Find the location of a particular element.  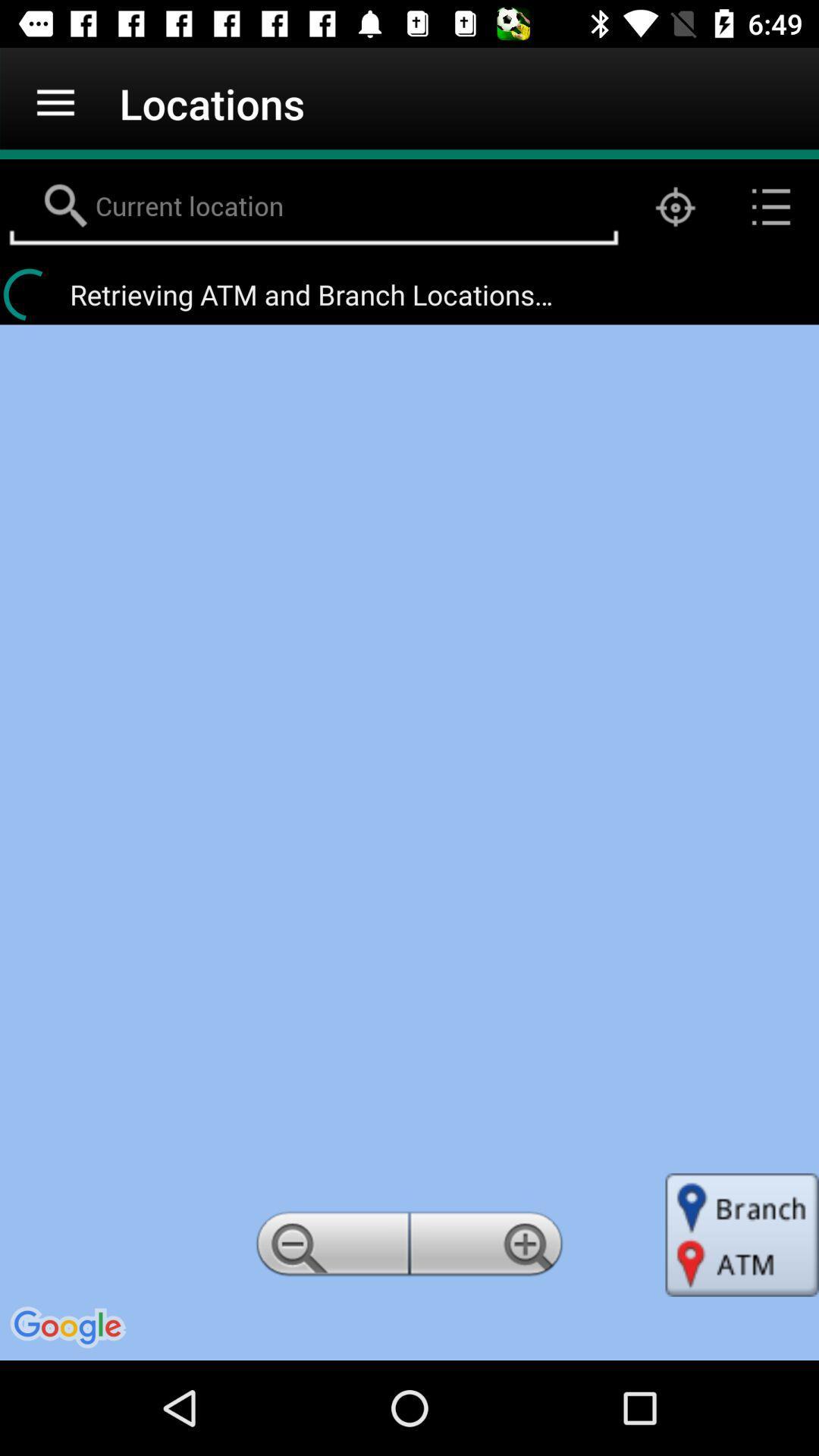

the item to the left of the locations item is located at coordinates (55, 102).